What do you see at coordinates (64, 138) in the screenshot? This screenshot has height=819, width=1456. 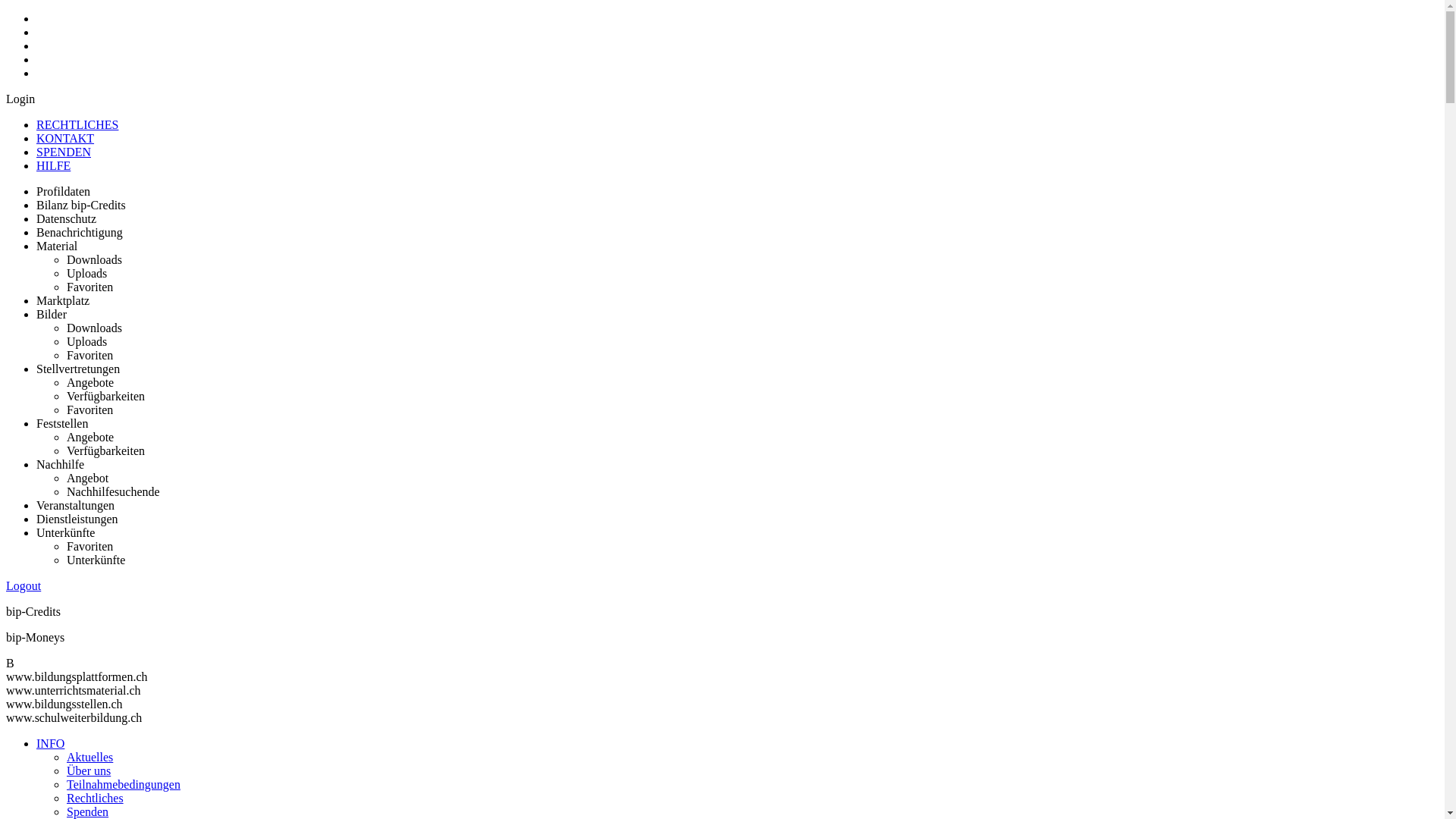 I see `'KONTAKT'` at bounding box center [64, 138].